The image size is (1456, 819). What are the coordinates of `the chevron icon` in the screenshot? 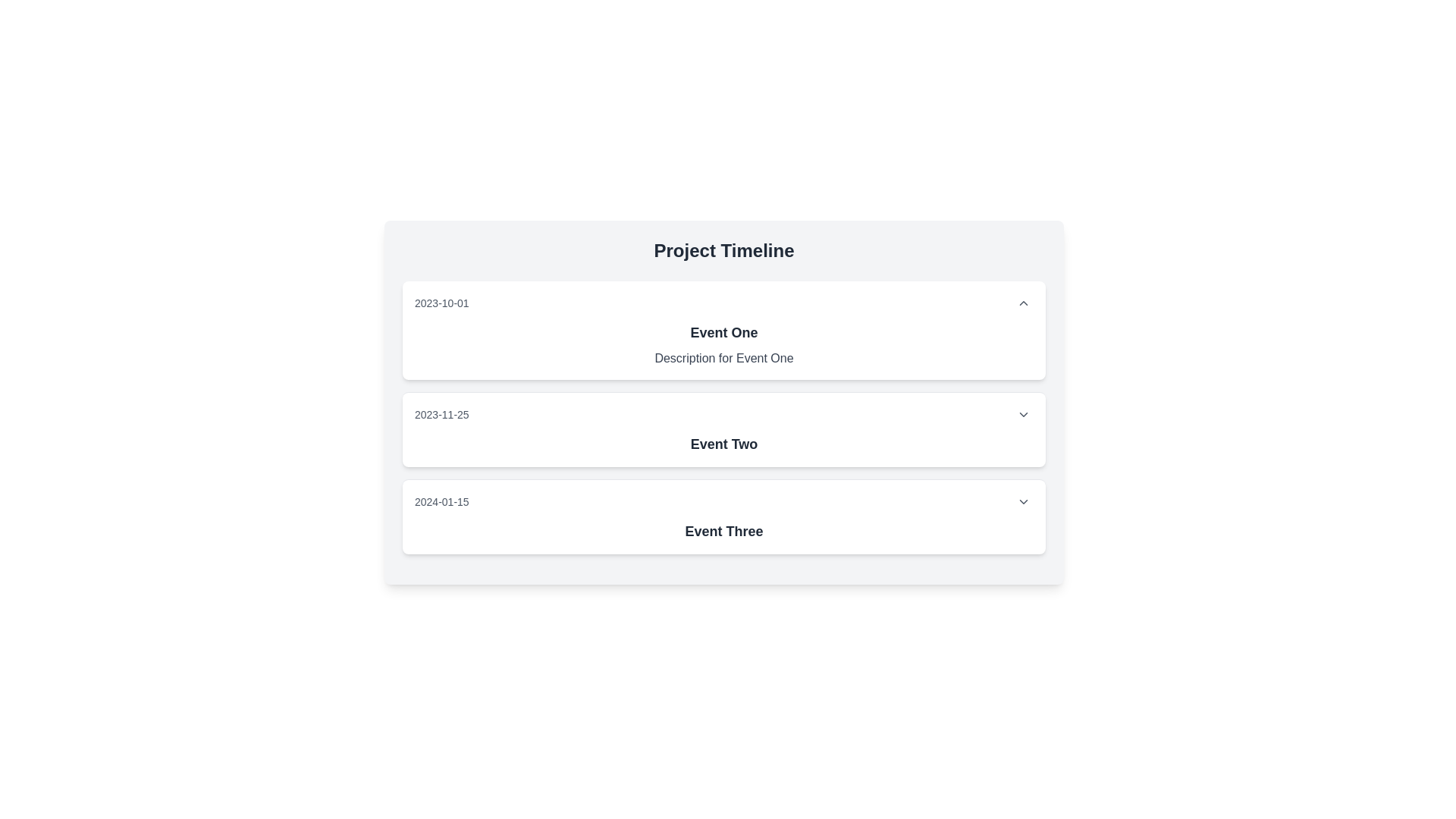 It's located at (1023, 502).